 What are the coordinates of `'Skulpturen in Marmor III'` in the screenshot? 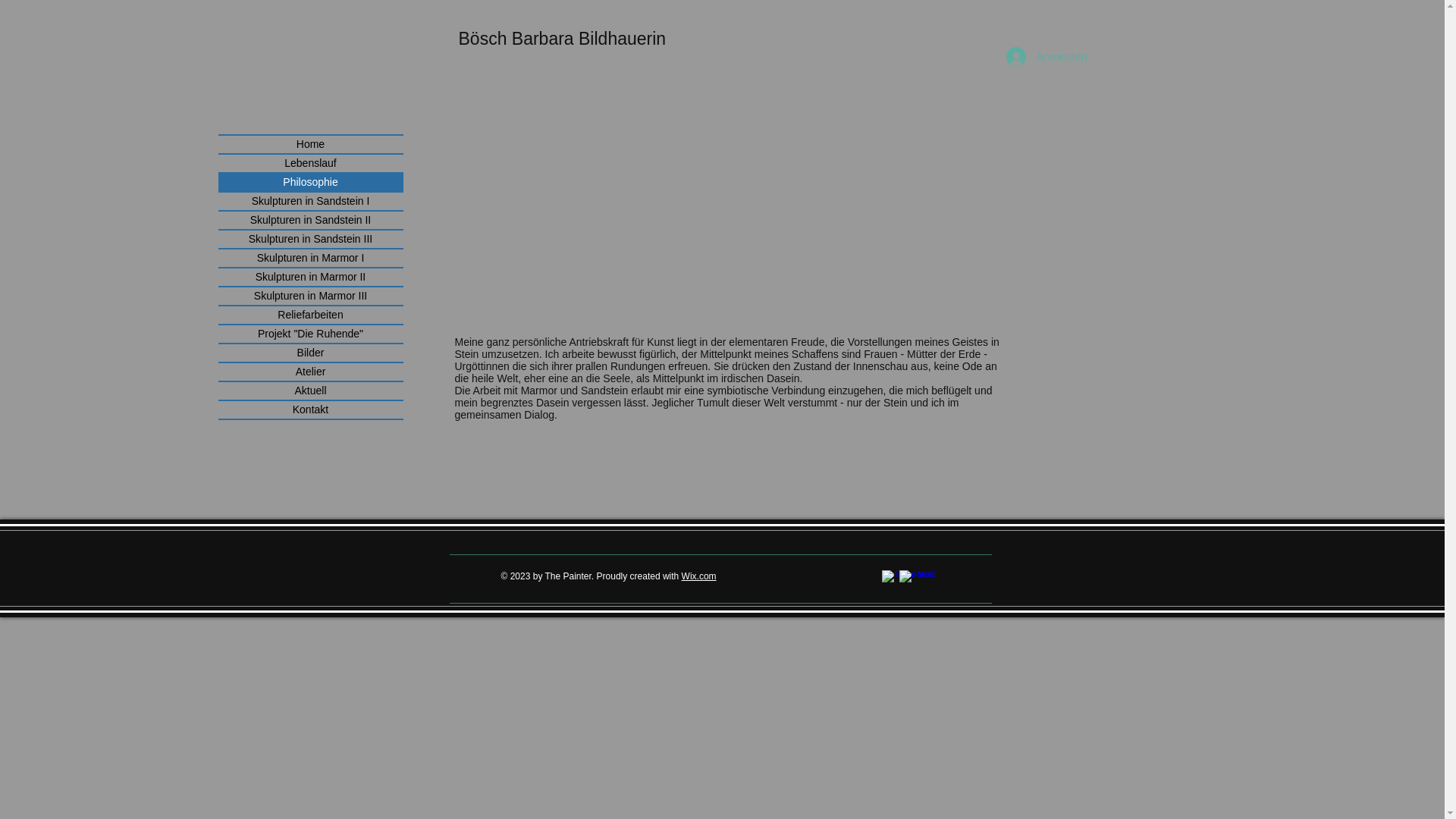 It's located at (309, 296).